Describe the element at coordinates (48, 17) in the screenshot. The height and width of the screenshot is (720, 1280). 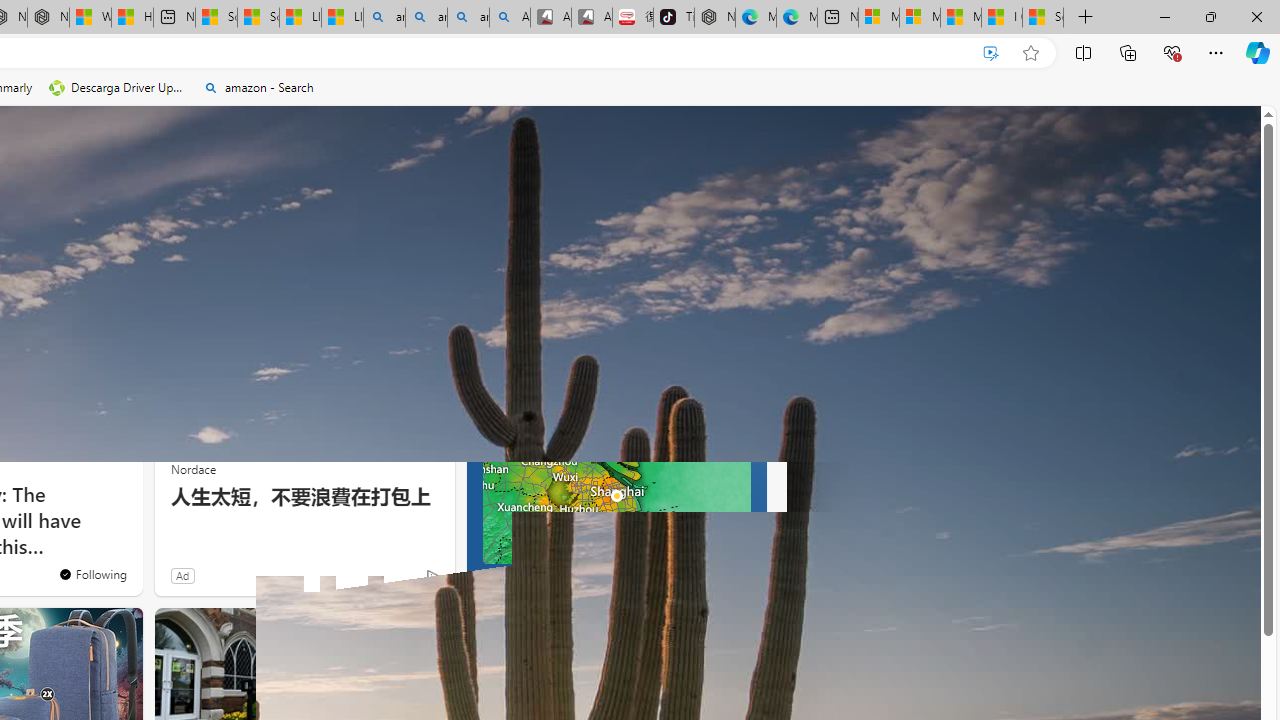
I see `'Nordace - Summer Adventures 2024'` at that location.